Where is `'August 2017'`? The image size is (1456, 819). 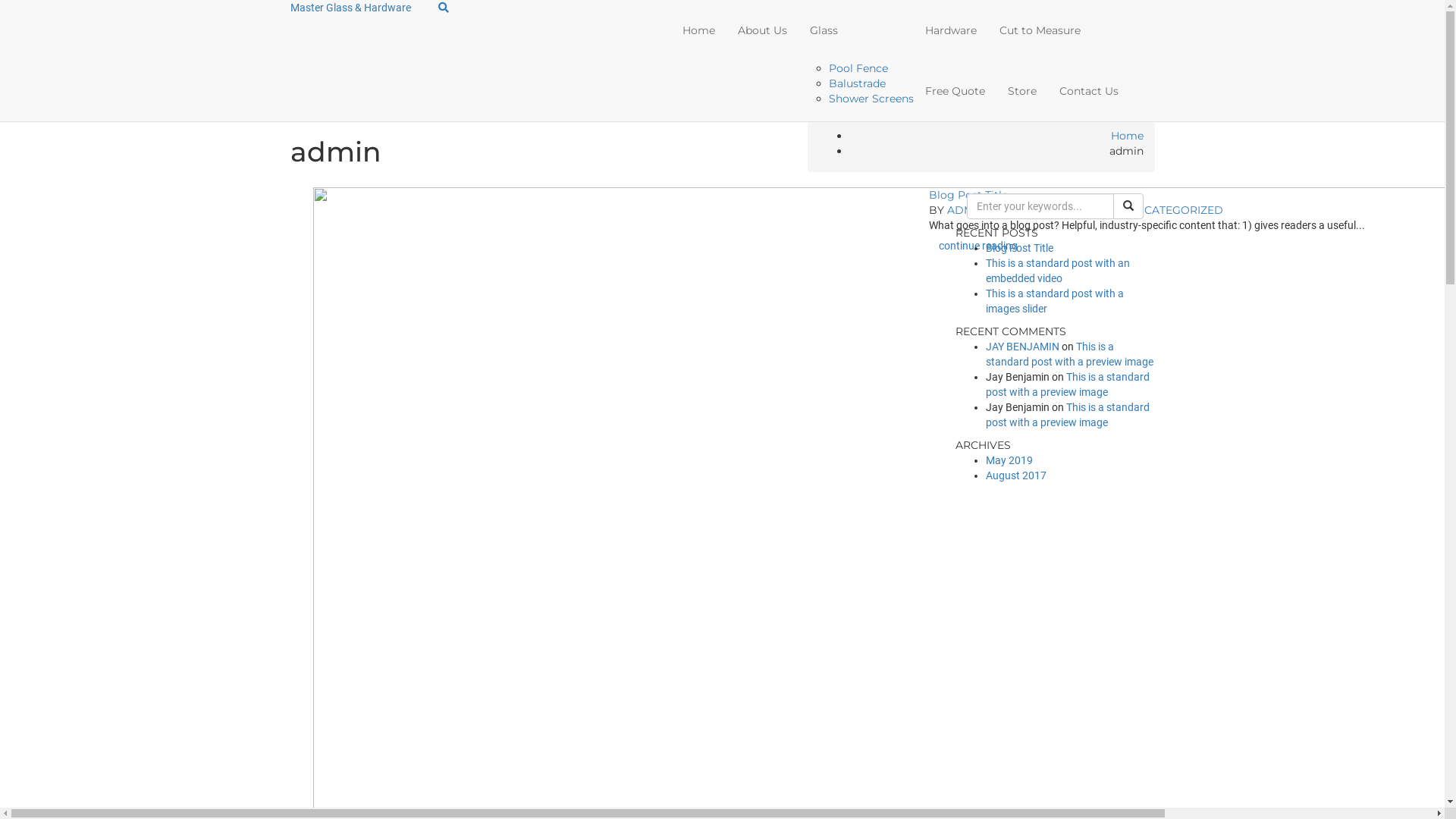 'August 2017' is located at coordinates (1015, 475).